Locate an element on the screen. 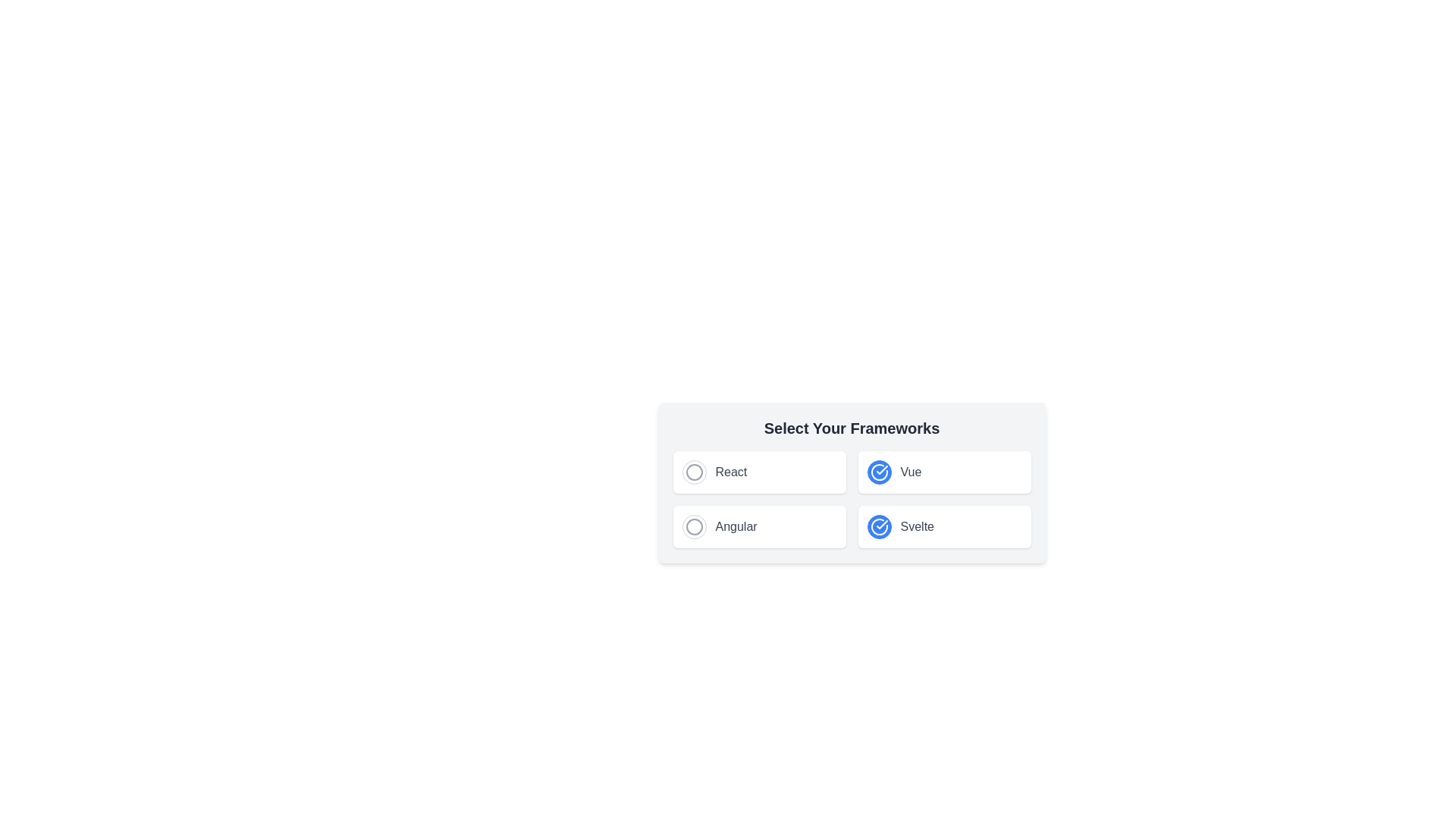  the text label 'Angular' that displays the name of the Angular framework, located in the bottom-left quadrant of a four-option grid beneath the 'React' label is located at coordinates (736, 526).